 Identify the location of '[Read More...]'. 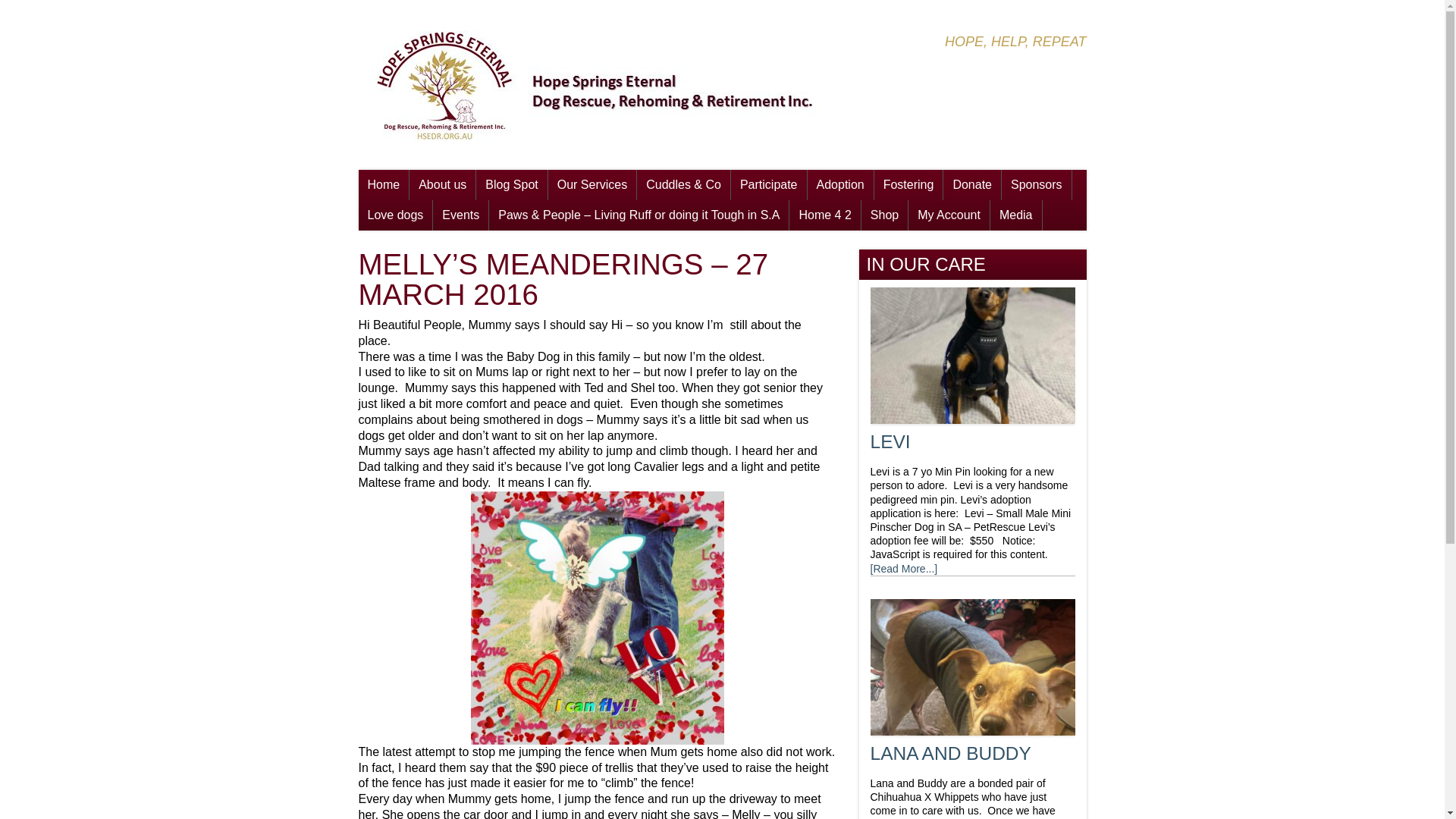
(904, 568).